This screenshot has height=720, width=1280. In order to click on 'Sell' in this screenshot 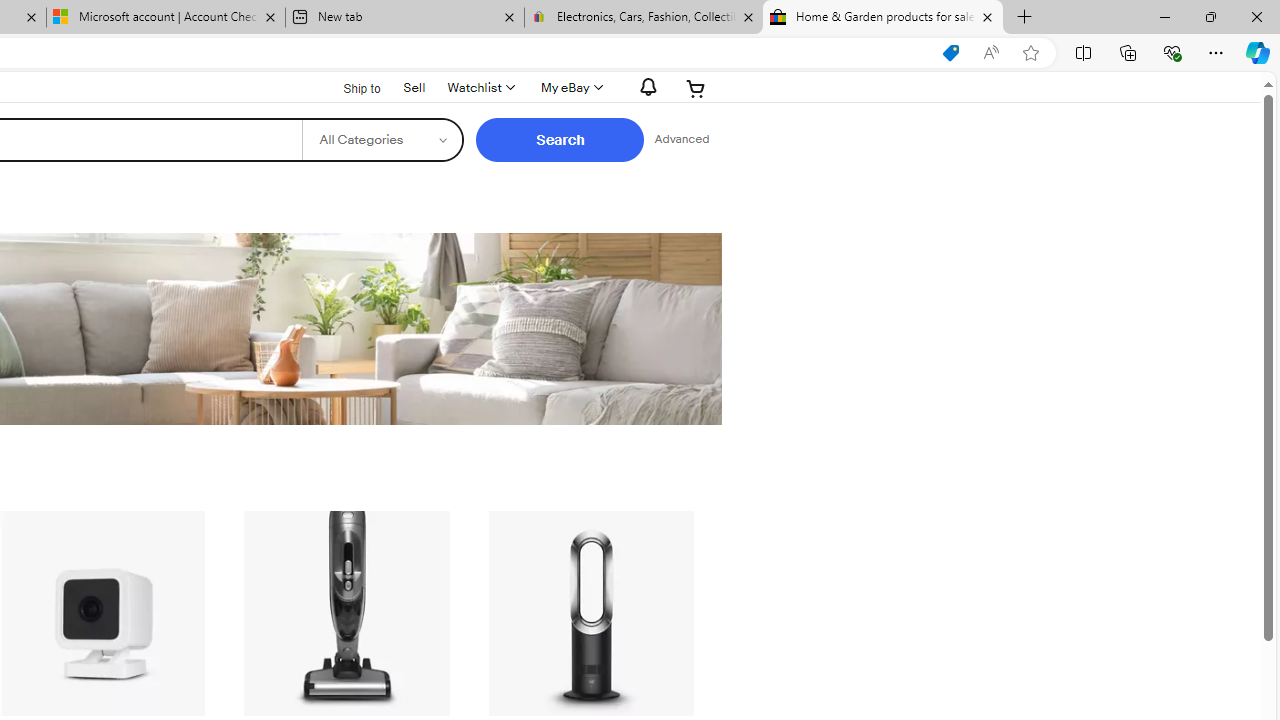, I will do `click(413, 86)`.